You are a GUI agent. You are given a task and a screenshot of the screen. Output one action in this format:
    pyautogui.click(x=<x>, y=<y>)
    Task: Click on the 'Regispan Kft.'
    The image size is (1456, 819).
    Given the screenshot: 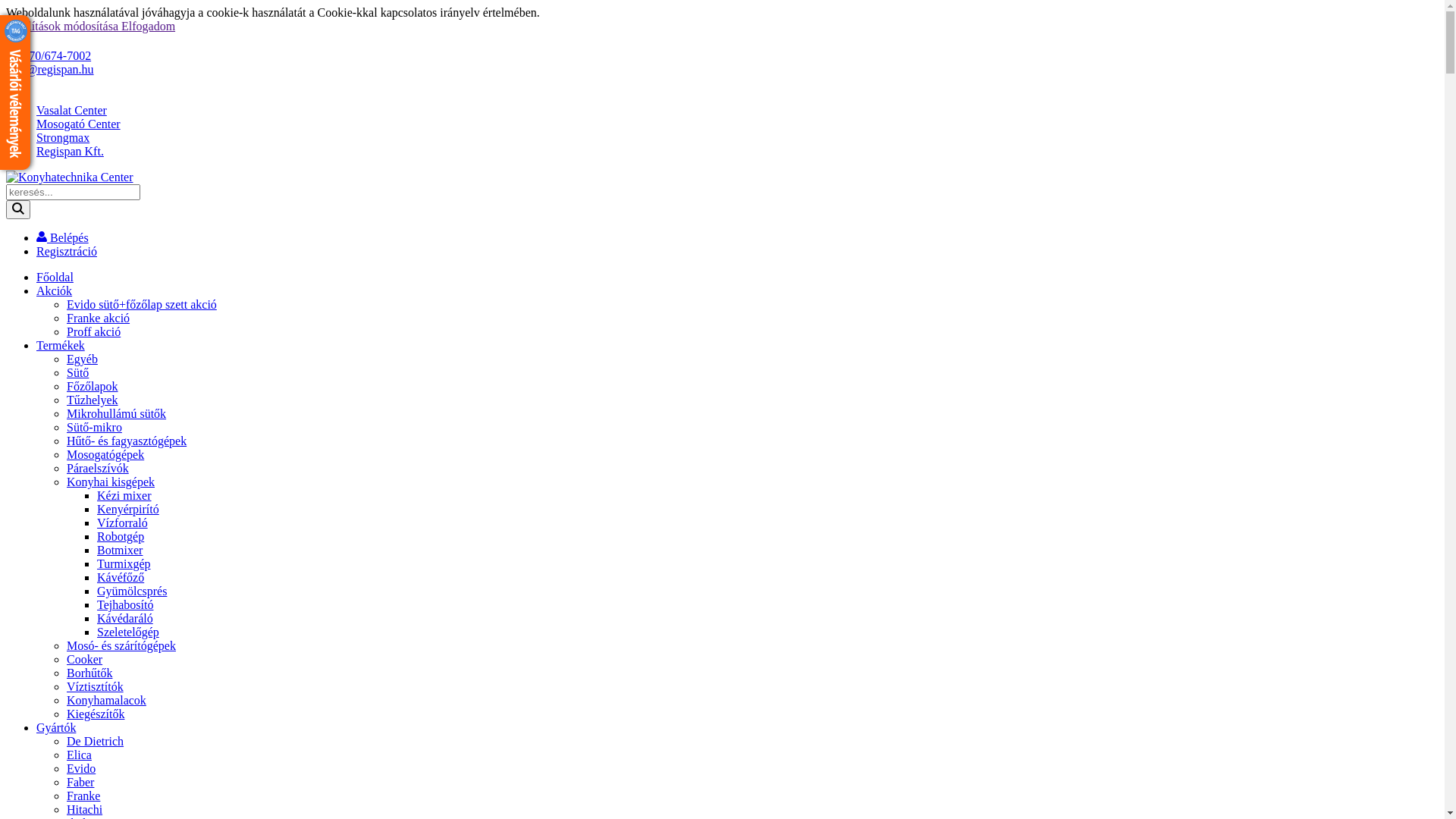 What is the action you would take?
    pyautogui.click(x=36, y=151)
    